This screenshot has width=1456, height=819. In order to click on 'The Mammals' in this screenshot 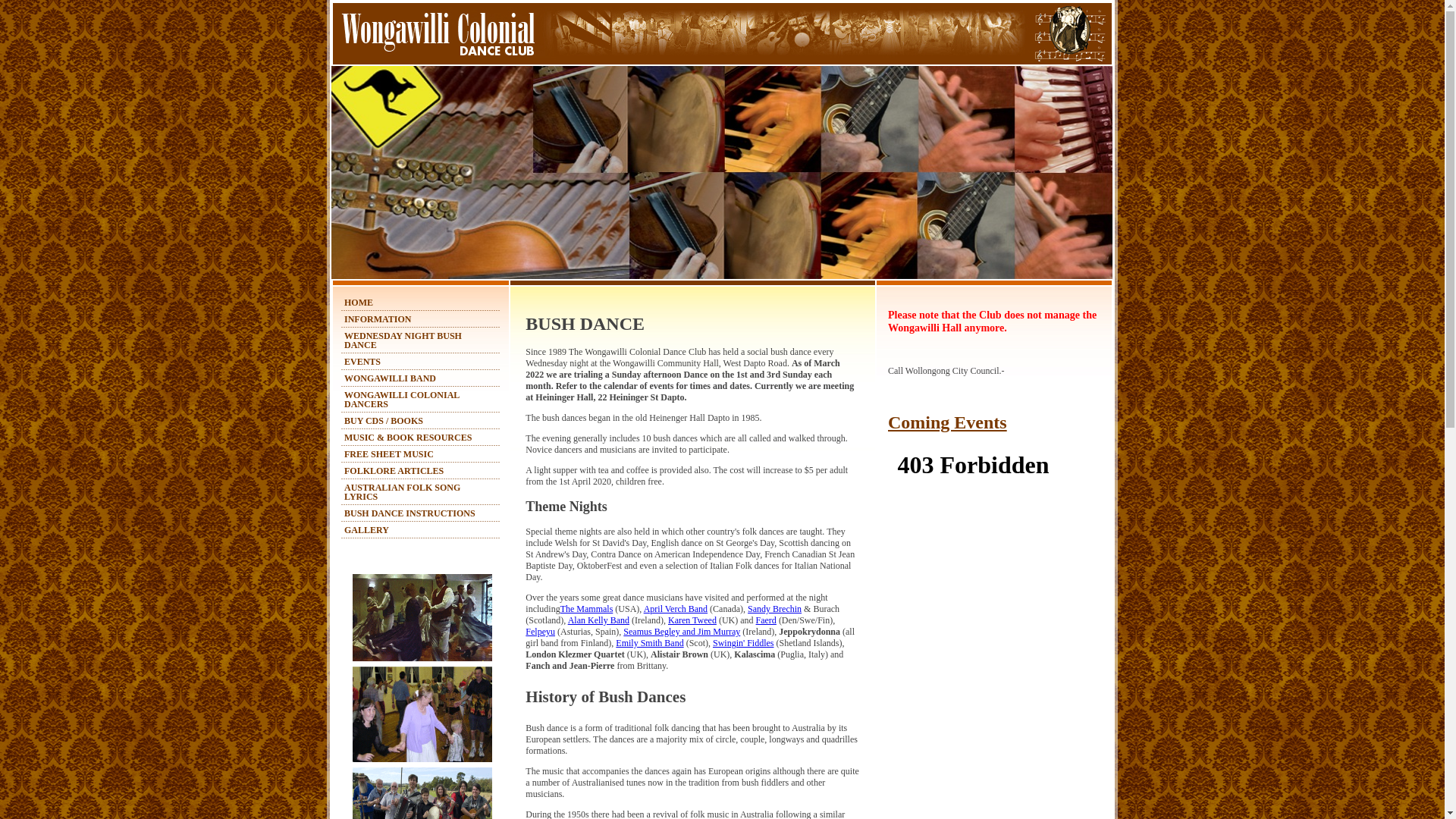, I will do `click(585, 607)`.